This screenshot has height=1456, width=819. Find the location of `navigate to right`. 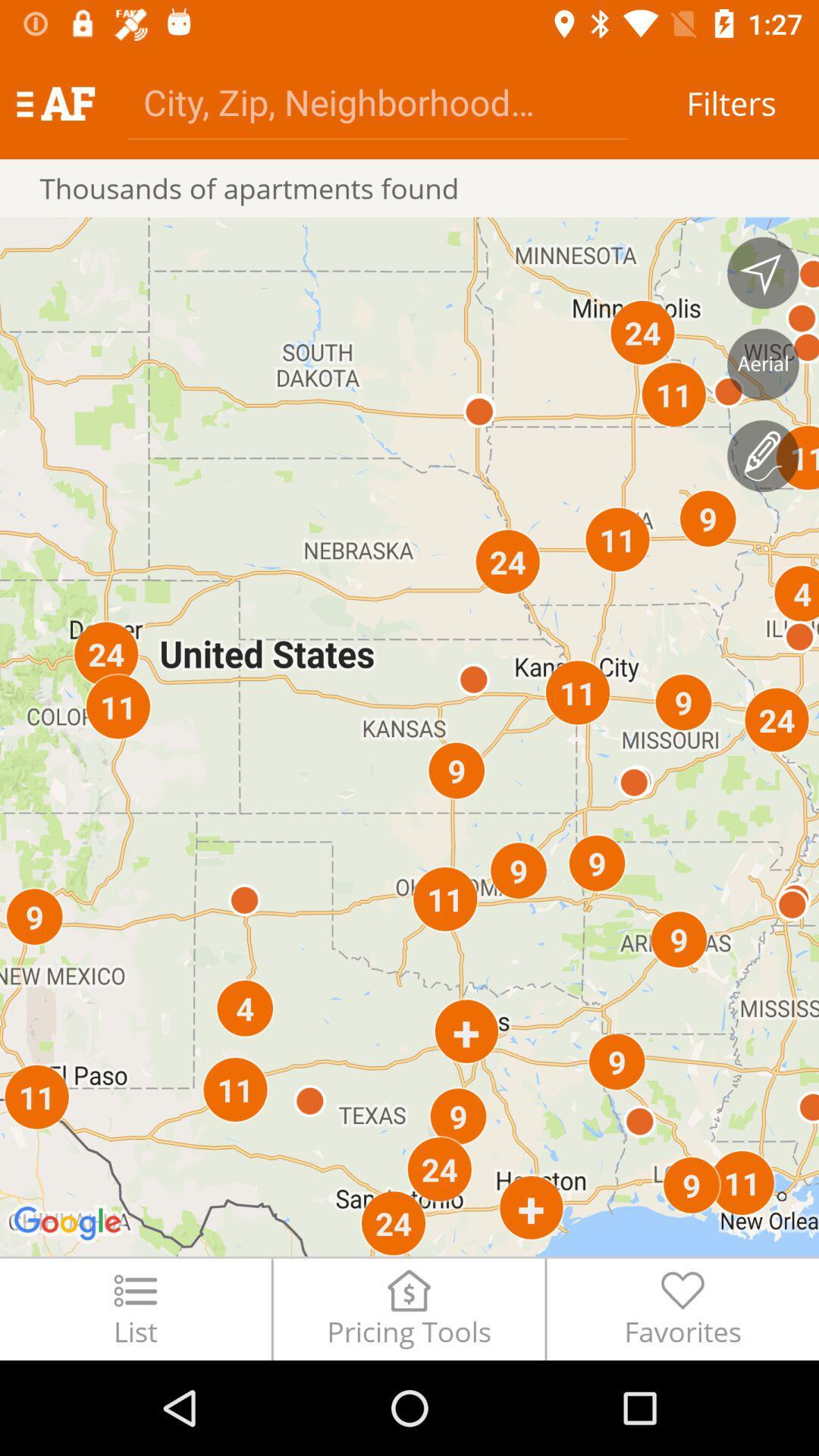

navigate to right is located at coordinates (763, 273).